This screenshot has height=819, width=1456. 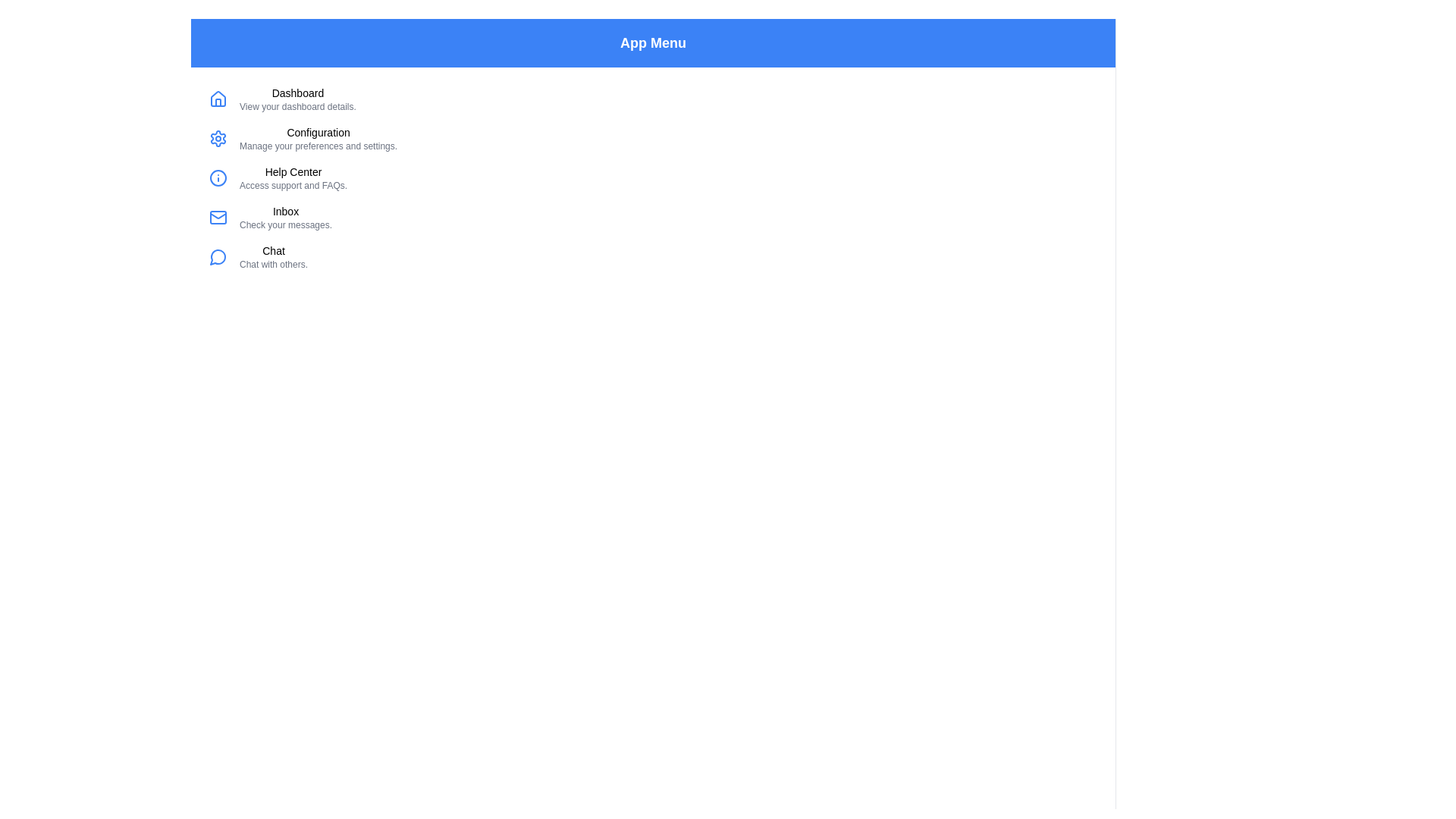 I want to click on informational text label that describes the purpose of the 'Chat' section in the navigation menu, located below the 'Chat' label and above the 'Inbox' in the left-aligned vertical navigation menu, so click(x=273, y=263).